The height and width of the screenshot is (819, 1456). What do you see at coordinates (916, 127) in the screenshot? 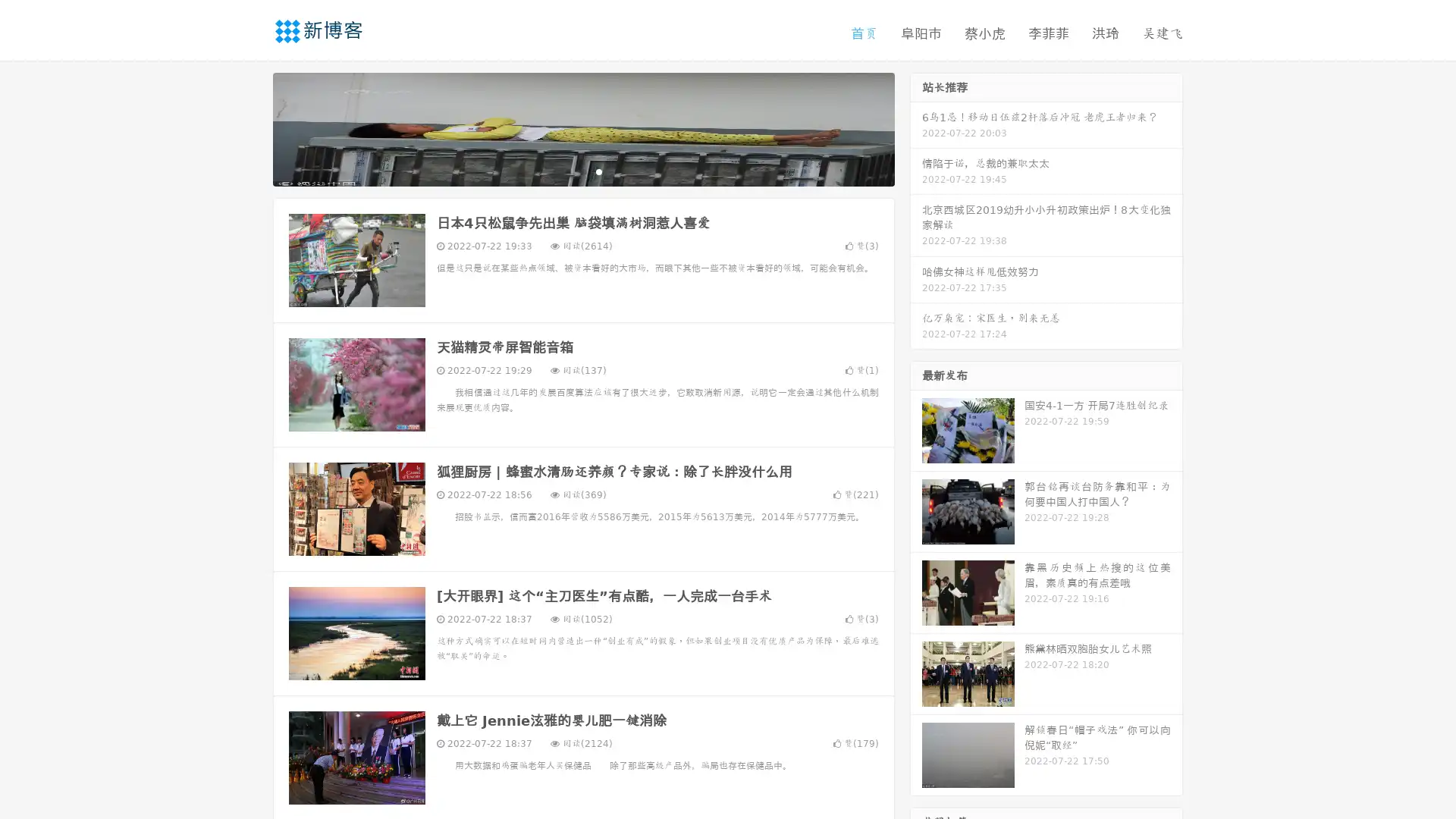
I see `Next slide` at bounding box center [916, 127].